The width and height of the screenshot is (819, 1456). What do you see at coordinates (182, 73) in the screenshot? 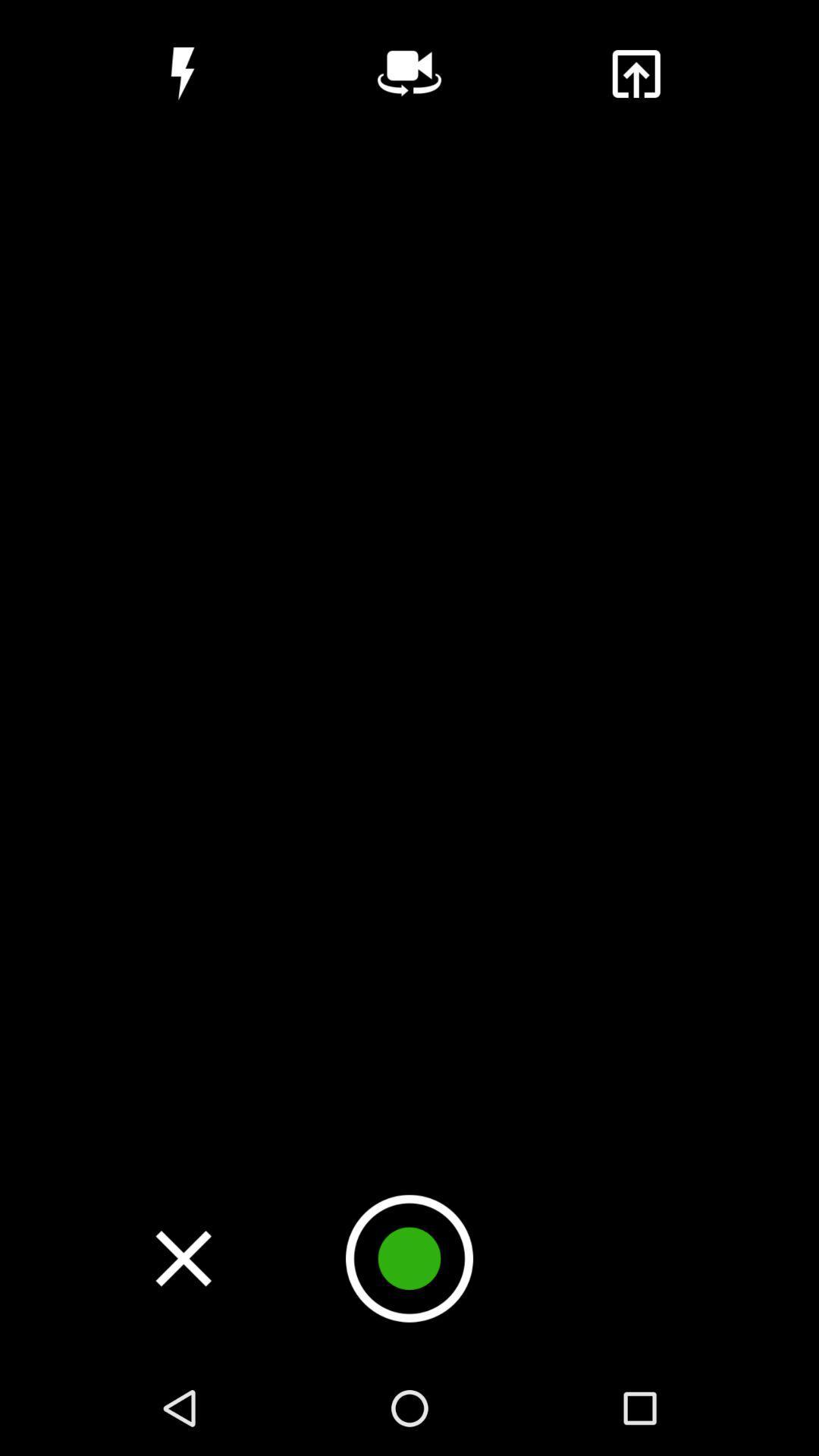
I see `item at the top left corner` at bounding box center [182, 73].